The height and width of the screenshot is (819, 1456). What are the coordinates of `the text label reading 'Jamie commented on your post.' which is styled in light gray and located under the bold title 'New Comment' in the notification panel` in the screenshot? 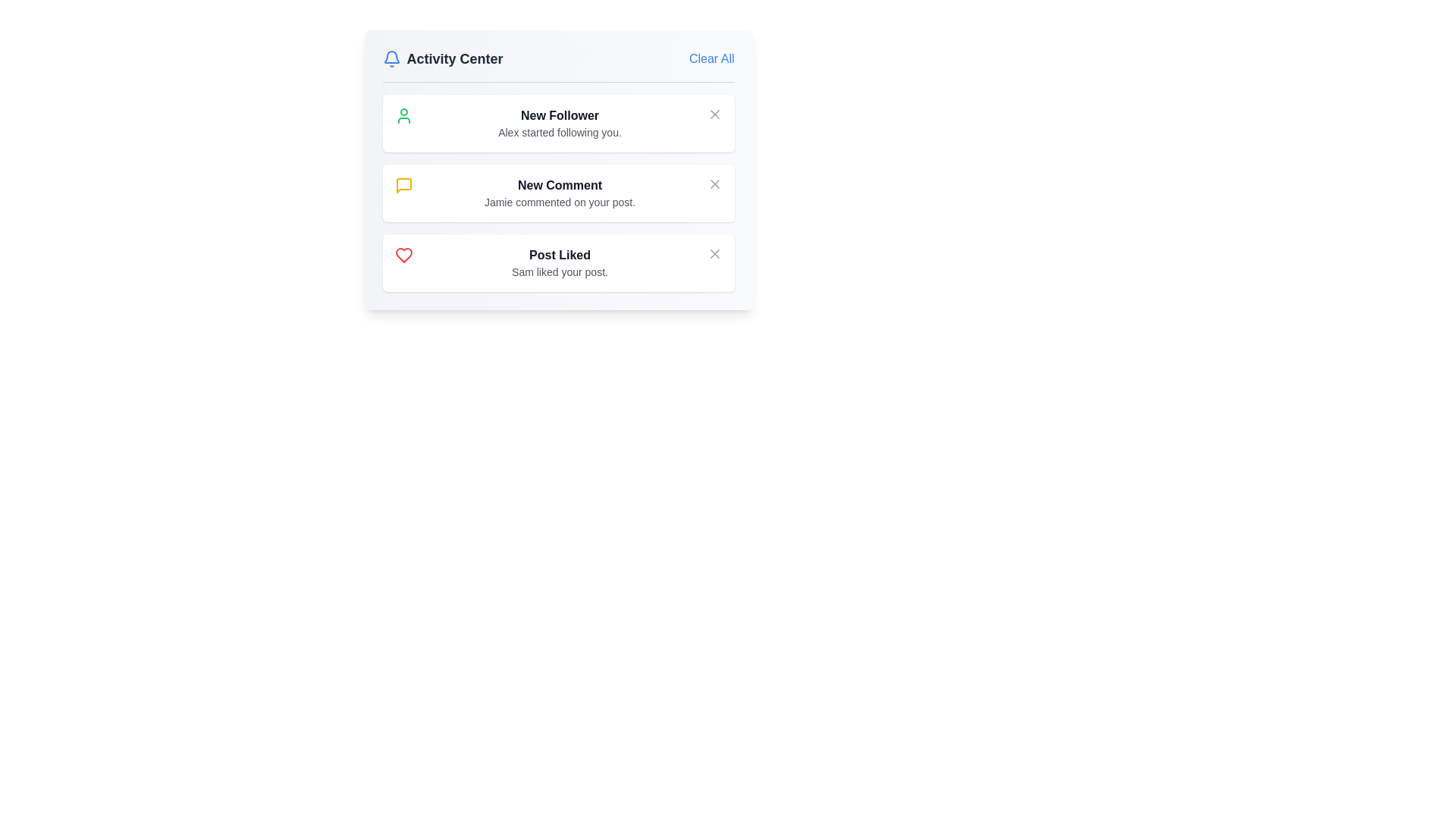 It's located at (559, 201).